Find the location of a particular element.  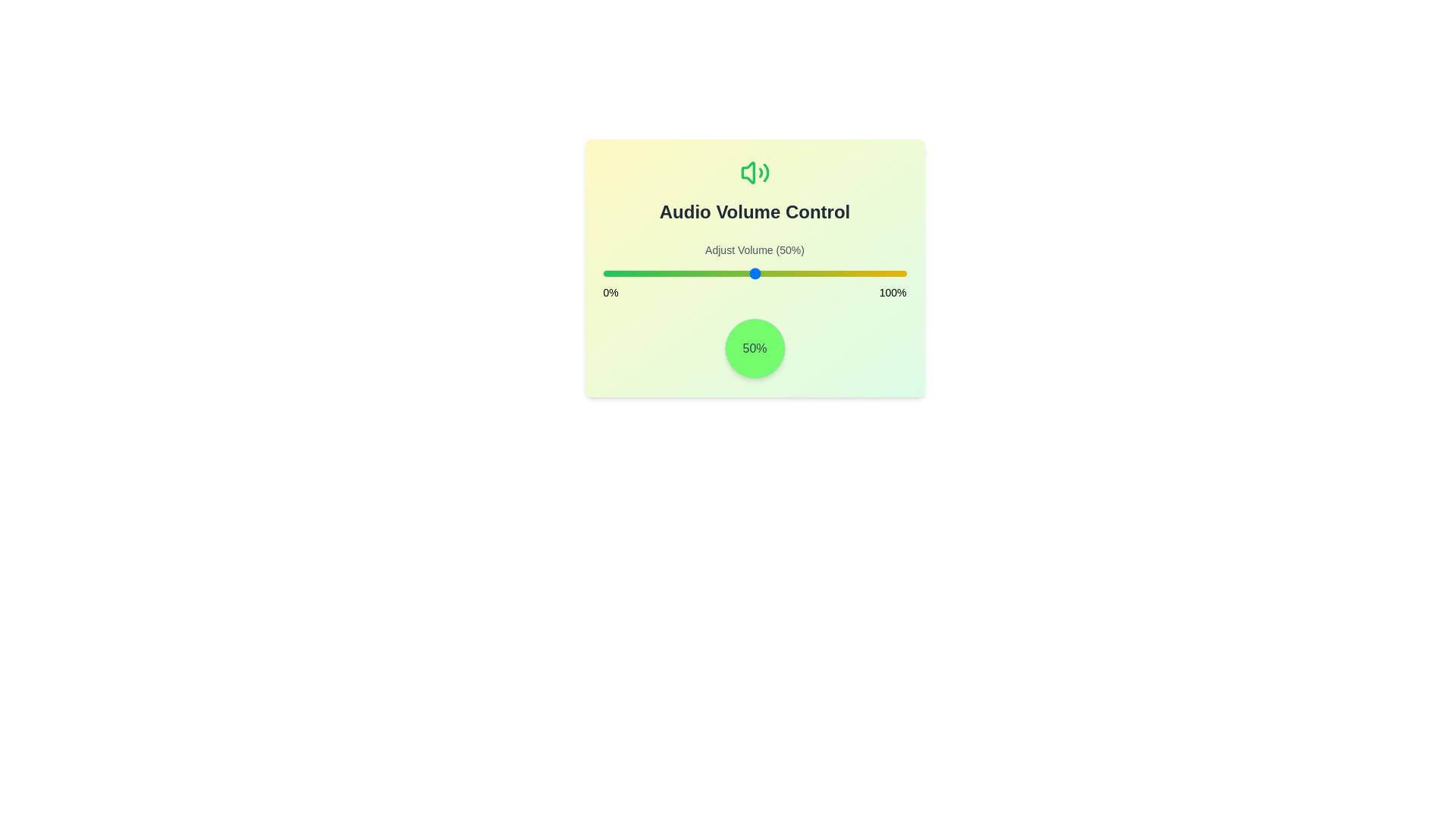

the volume to 76% by dragging the slider is located at coordinates (833, 274).